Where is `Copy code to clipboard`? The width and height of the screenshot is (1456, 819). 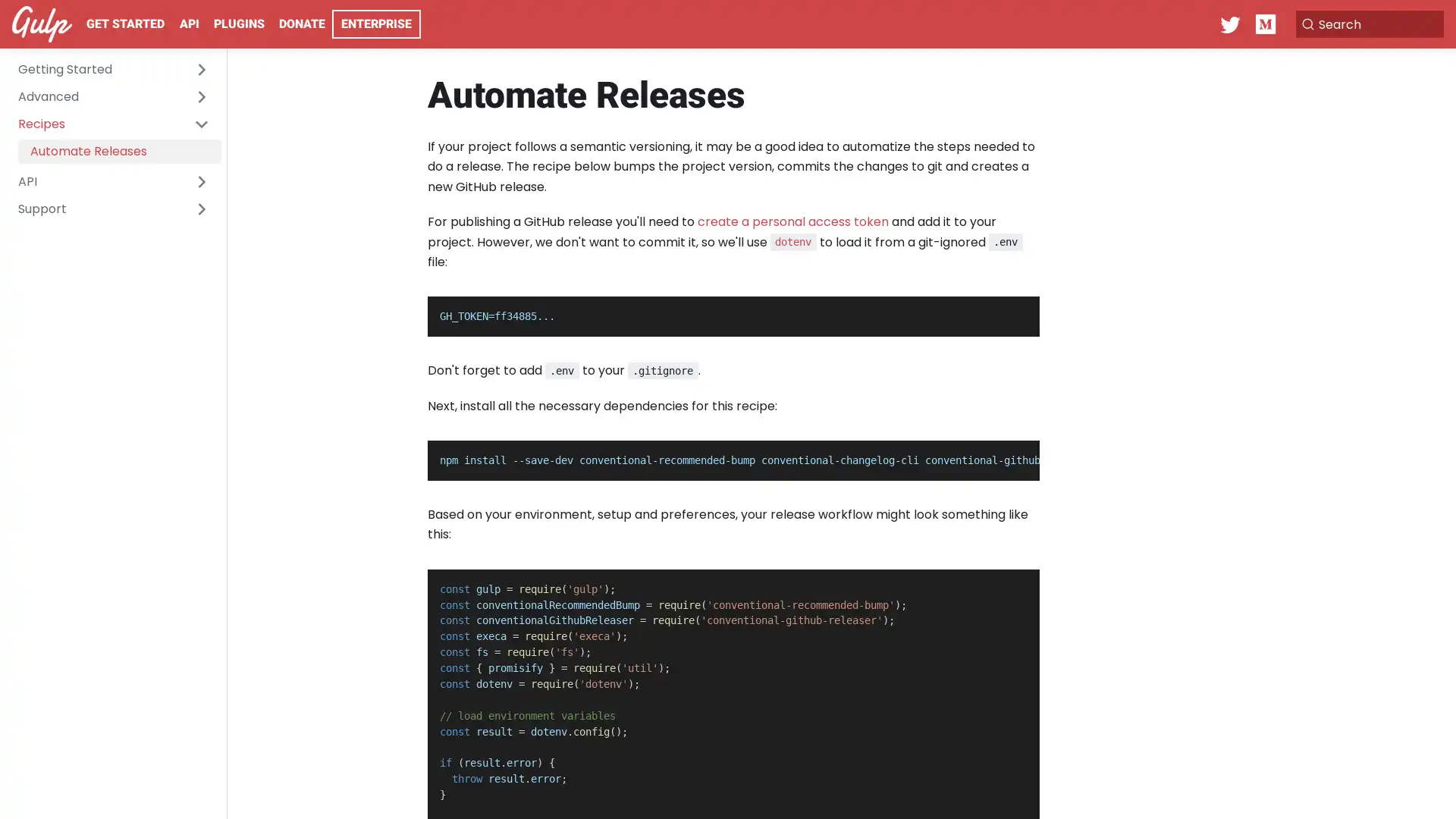
Copy code to clipboard is located at coordinates (1015, 312).